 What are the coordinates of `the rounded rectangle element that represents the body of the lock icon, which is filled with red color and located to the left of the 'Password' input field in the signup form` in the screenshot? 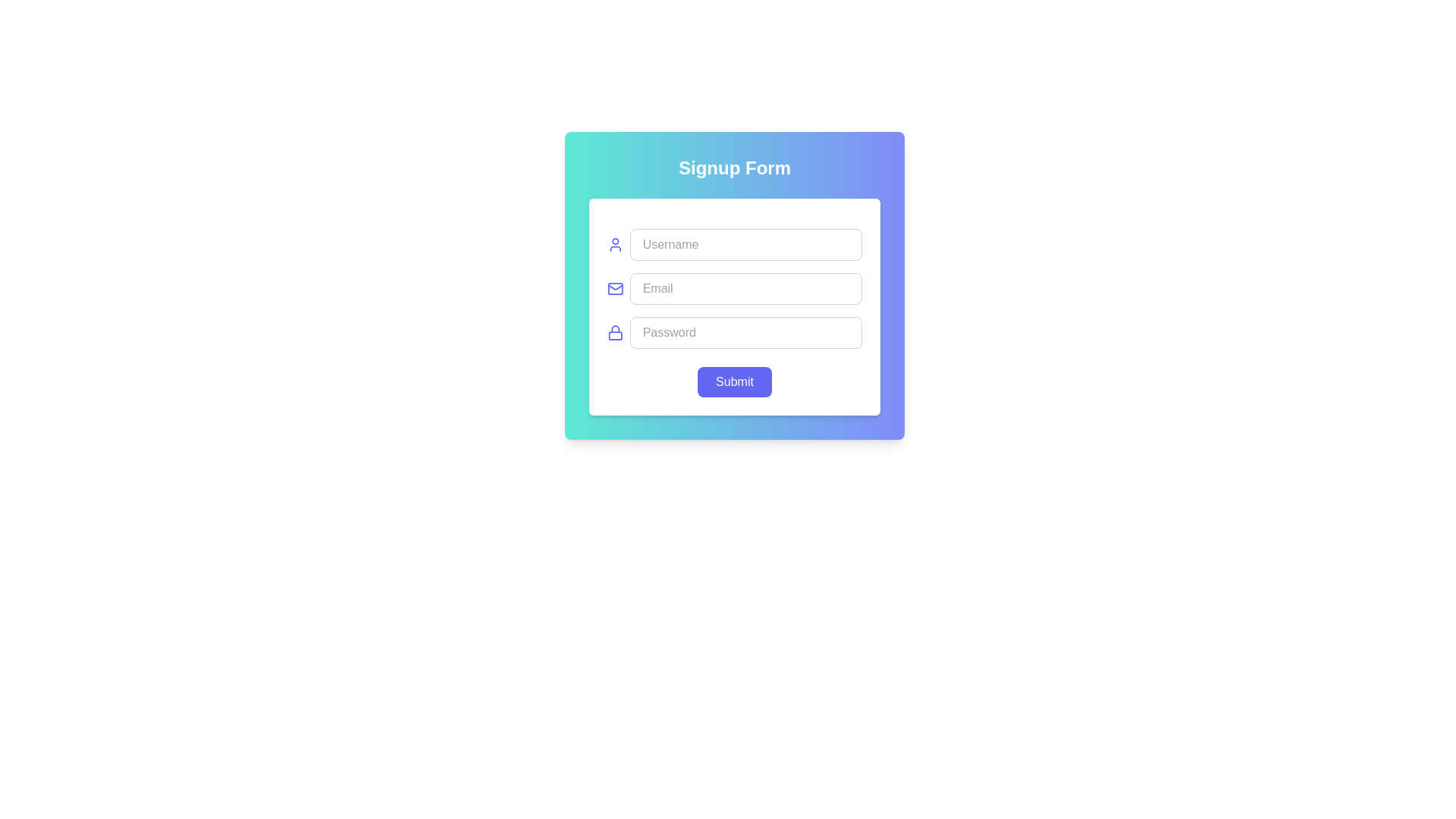 It's located at (615, 335).